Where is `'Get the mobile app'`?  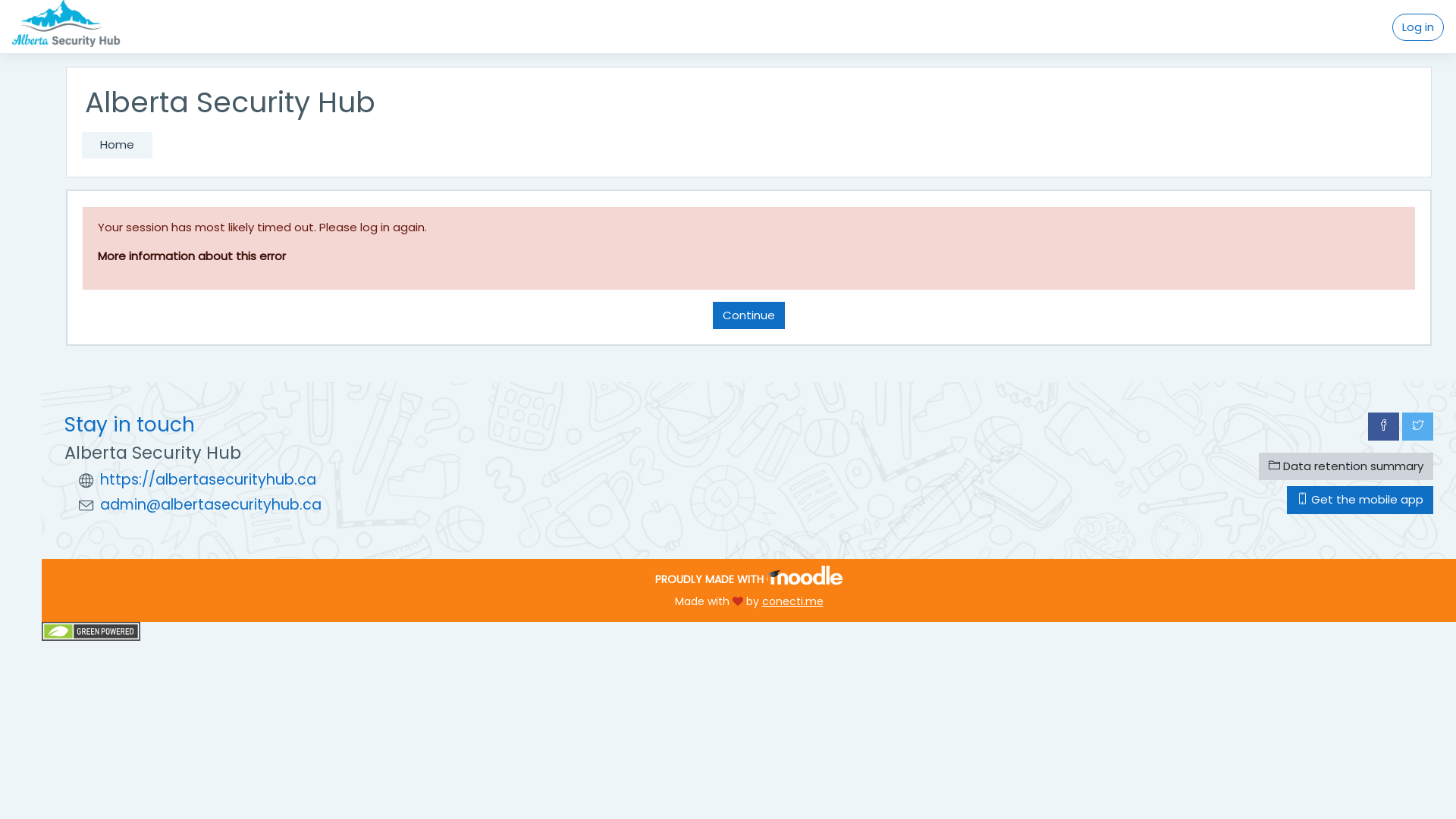 'Get the mobile app' is located at coordinates (1286, 500).